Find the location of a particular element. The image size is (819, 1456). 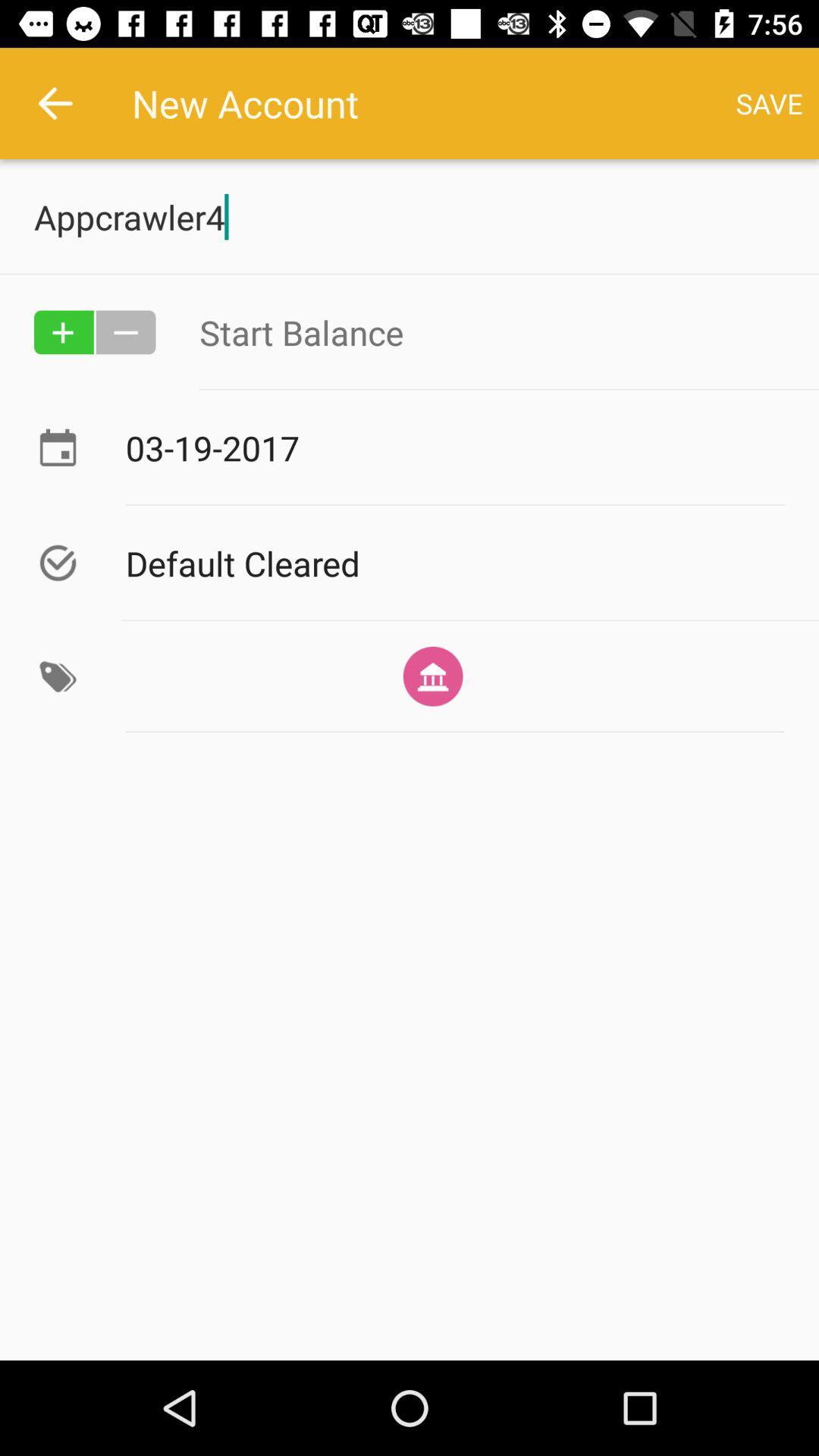

the button is located at coordinates (125, 331).